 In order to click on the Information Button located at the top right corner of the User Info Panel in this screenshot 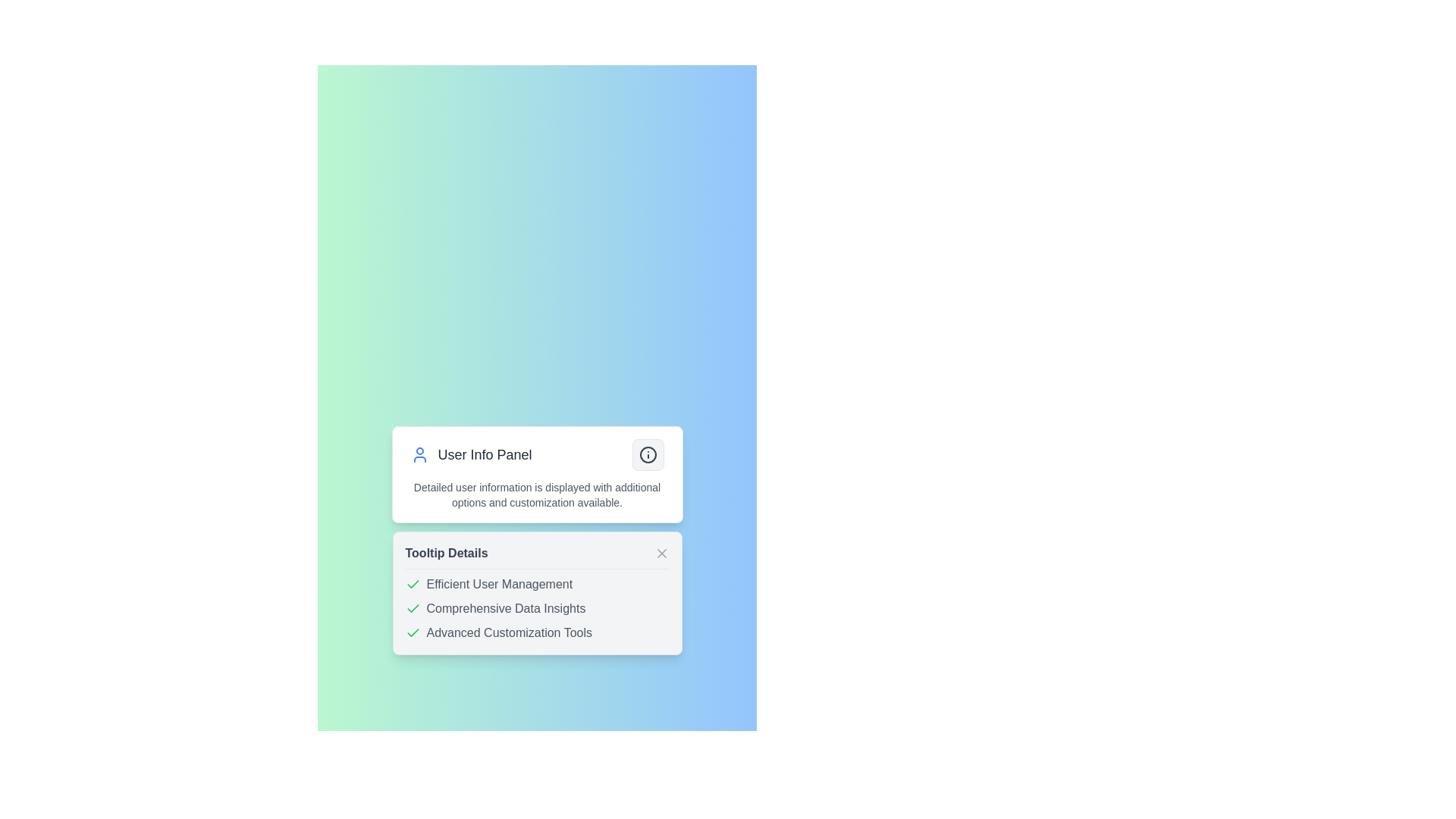, I will do `click(648, 454)`.